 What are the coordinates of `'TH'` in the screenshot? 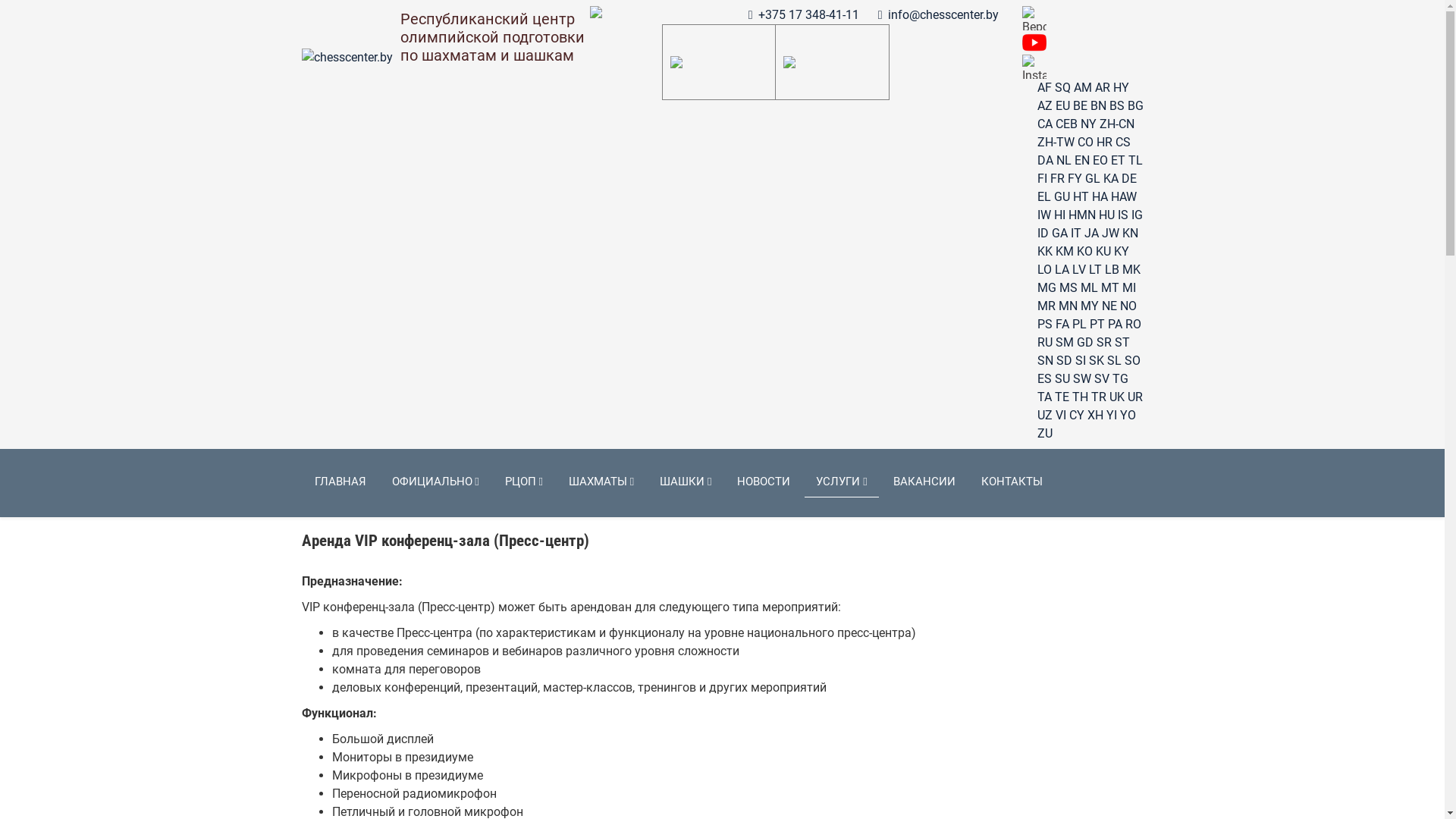 It's located at (1072, 396).